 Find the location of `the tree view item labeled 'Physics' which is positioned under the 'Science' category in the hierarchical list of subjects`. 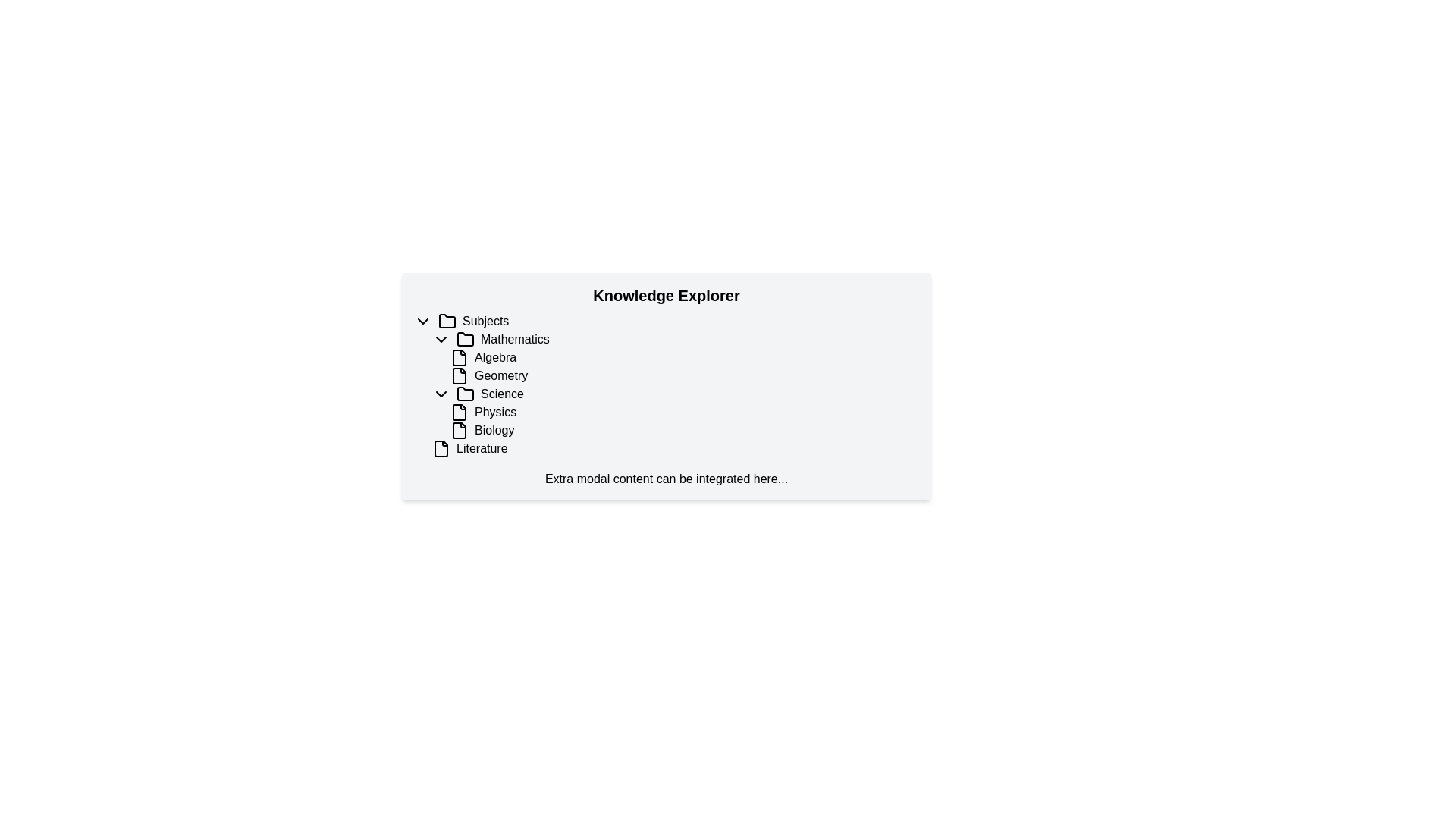

the tree view item labeled 'Physics' which is positioned under the 'Science' category in the hierarchical list of subjects is located at coordinates (495, 412).